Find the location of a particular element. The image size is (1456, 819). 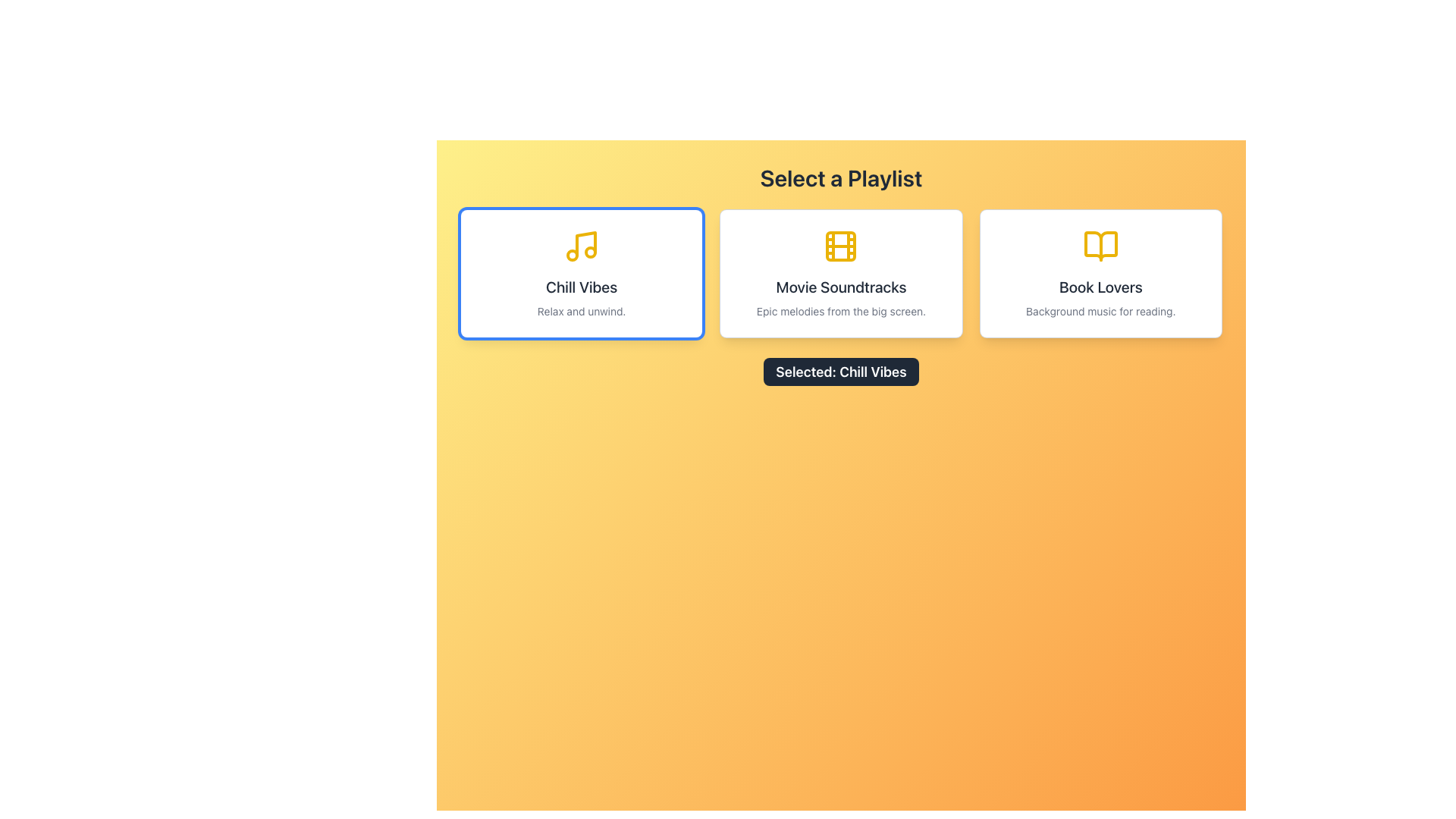

the 'Chill Vibes' text label is located at coordinates (581, 287).